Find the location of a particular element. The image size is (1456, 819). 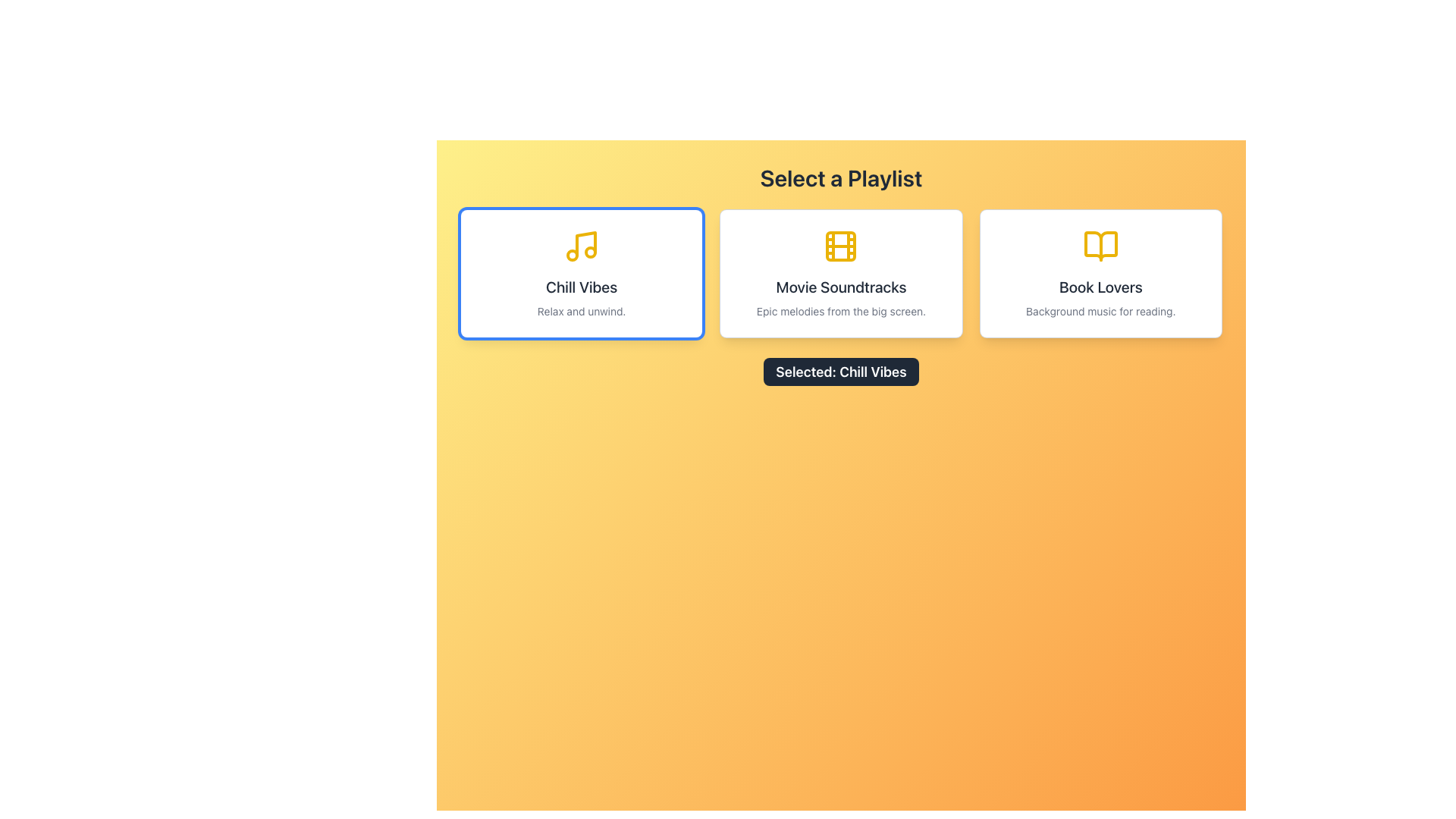

the 'Chill Vibes' text label is located at coordinates (581, 287).